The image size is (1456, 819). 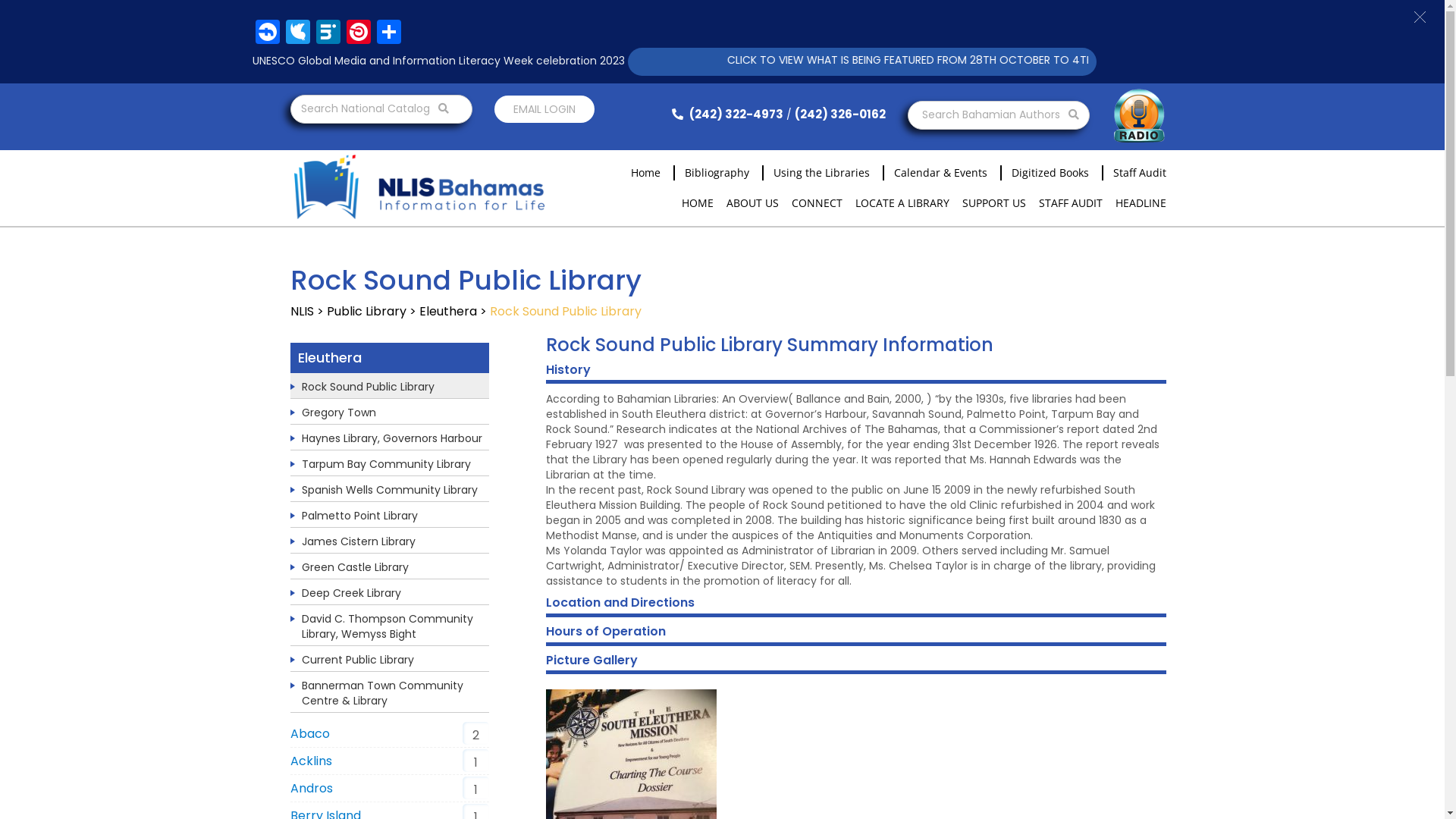 What do you see at coordinates (381, 108) in the screenshot?
I see `'Search National Catalog'` at bounding box center [381, 108].